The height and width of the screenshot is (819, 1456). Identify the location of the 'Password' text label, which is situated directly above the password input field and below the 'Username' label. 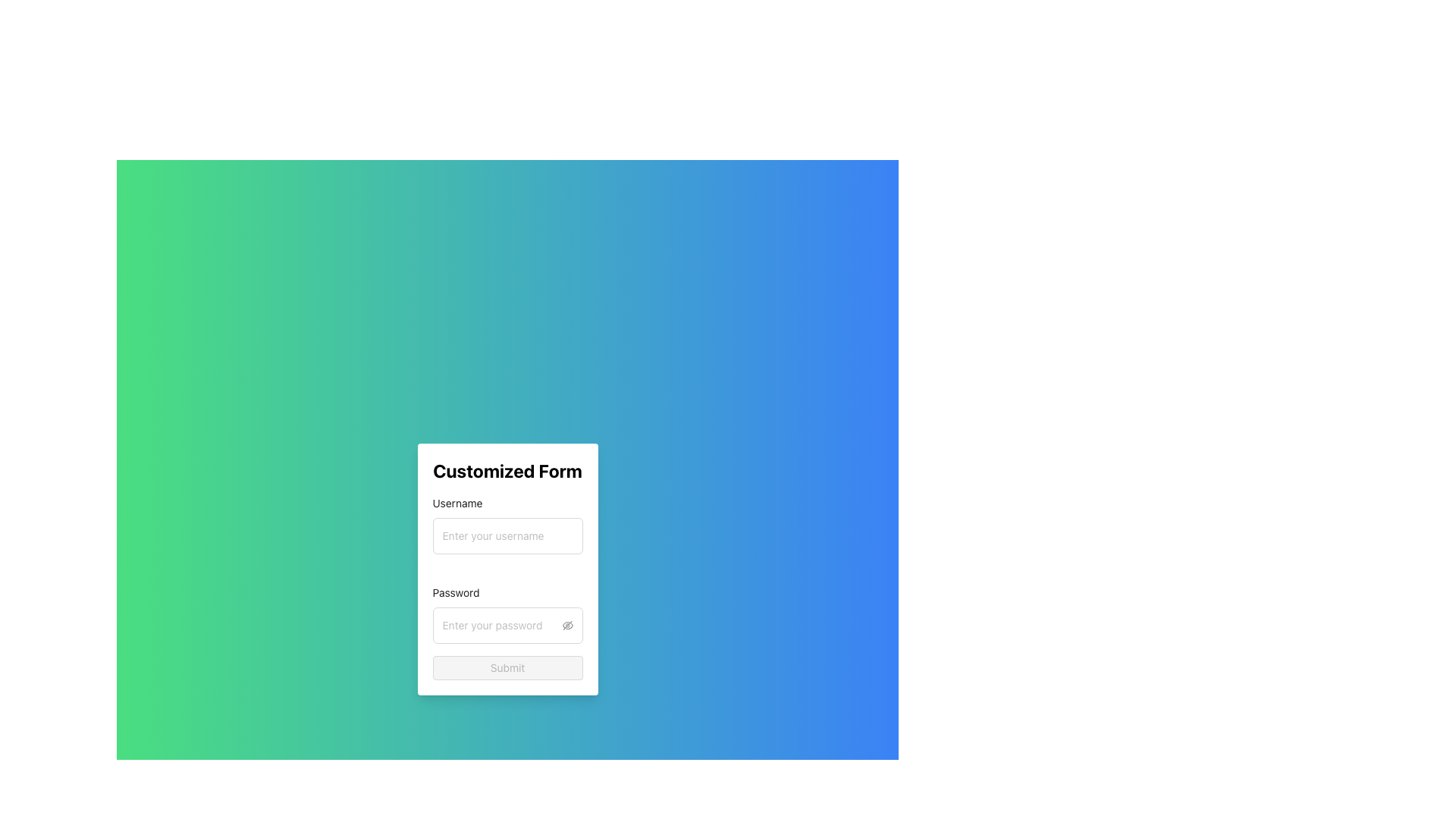
(460, 592).